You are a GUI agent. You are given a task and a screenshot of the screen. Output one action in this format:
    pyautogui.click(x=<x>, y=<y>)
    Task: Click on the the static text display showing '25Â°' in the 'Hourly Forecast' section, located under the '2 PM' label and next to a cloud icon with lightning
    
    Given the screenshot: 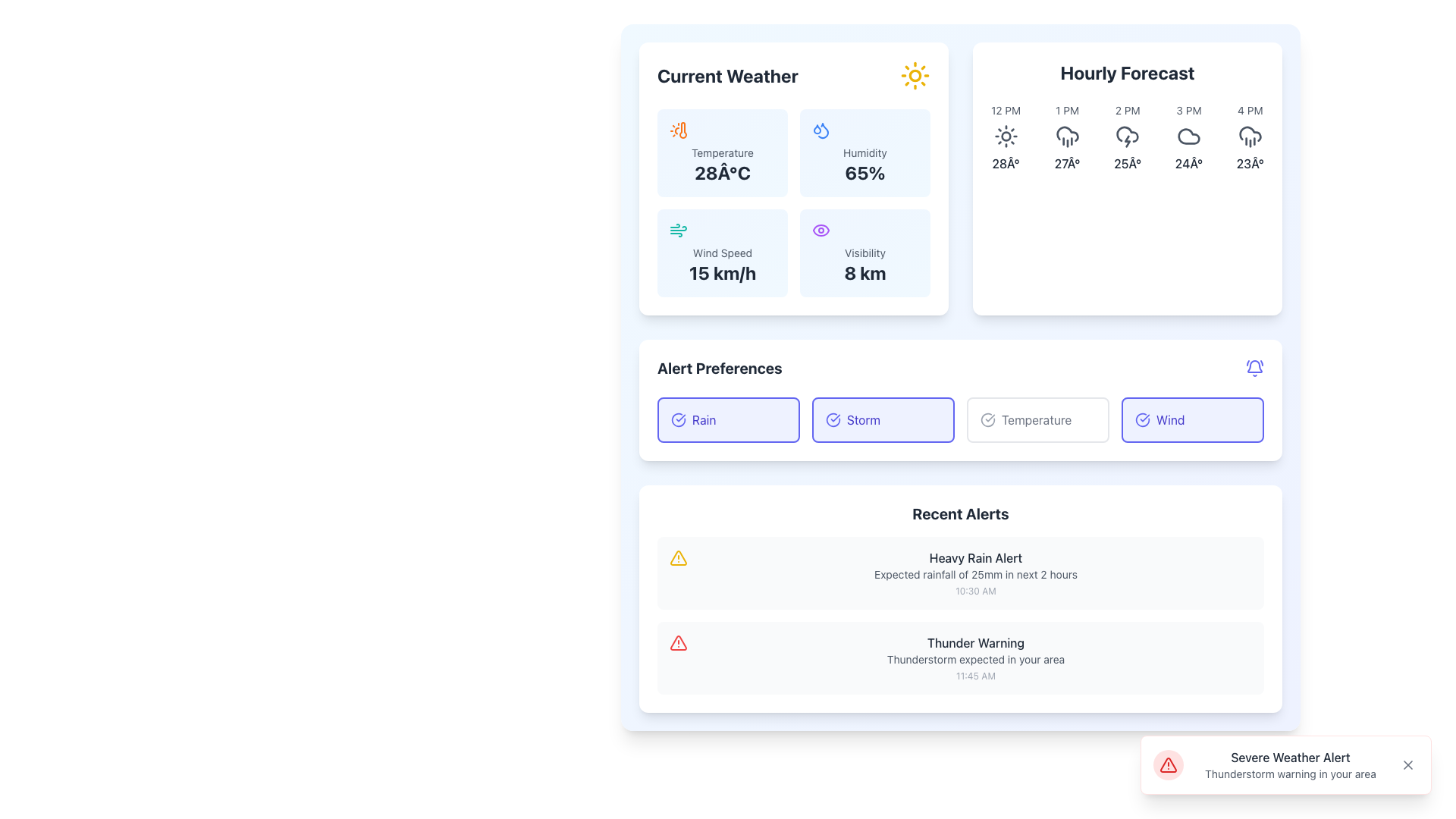 What is the action you would take?
    pyautogui.click(x=1128, y=164)
    